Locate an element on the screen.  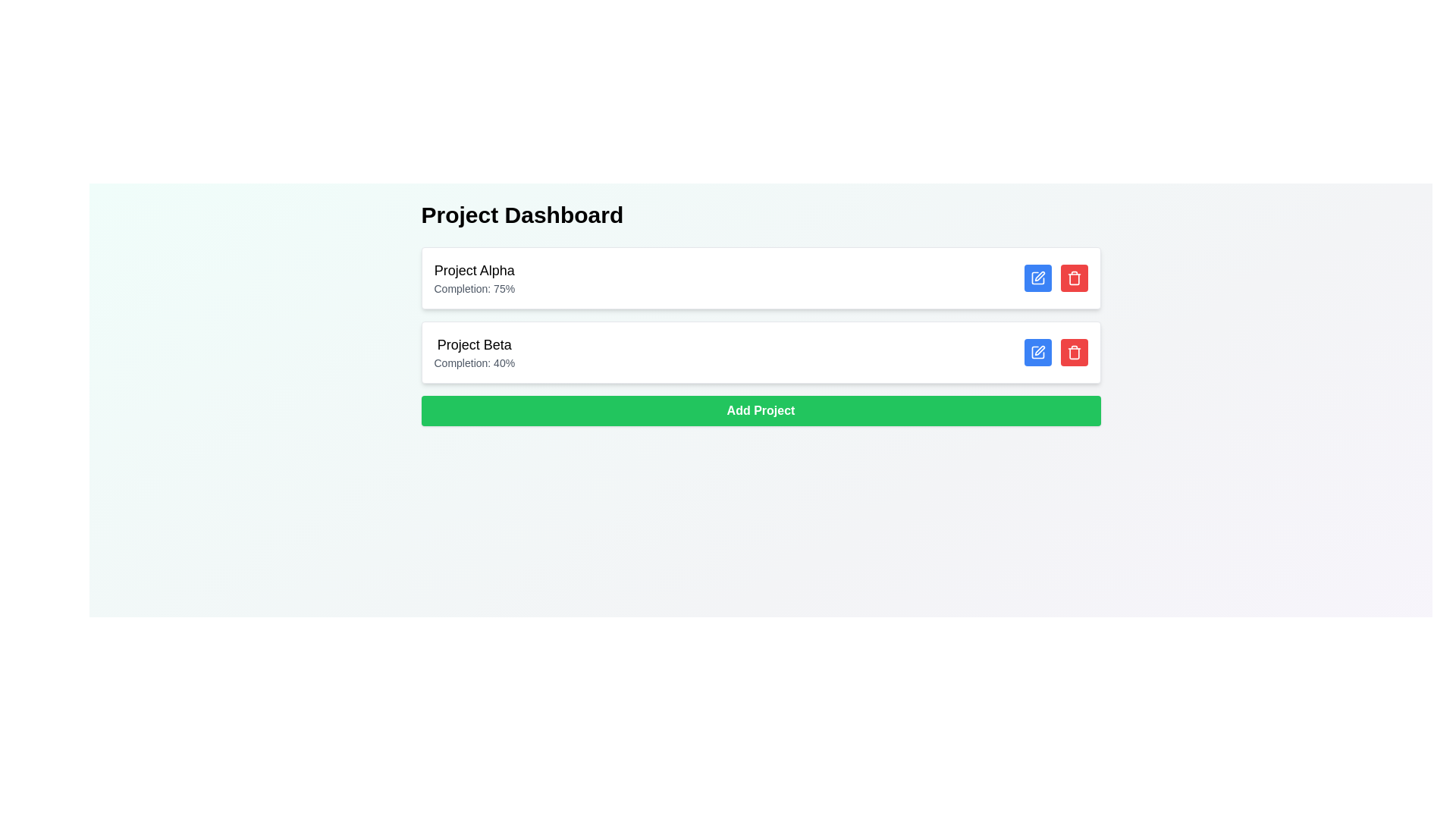
the leftmost button in the group of two on the right side of the 'Project Alpha' card to initiate editing of the project details is located at coordinates (1037, 278).